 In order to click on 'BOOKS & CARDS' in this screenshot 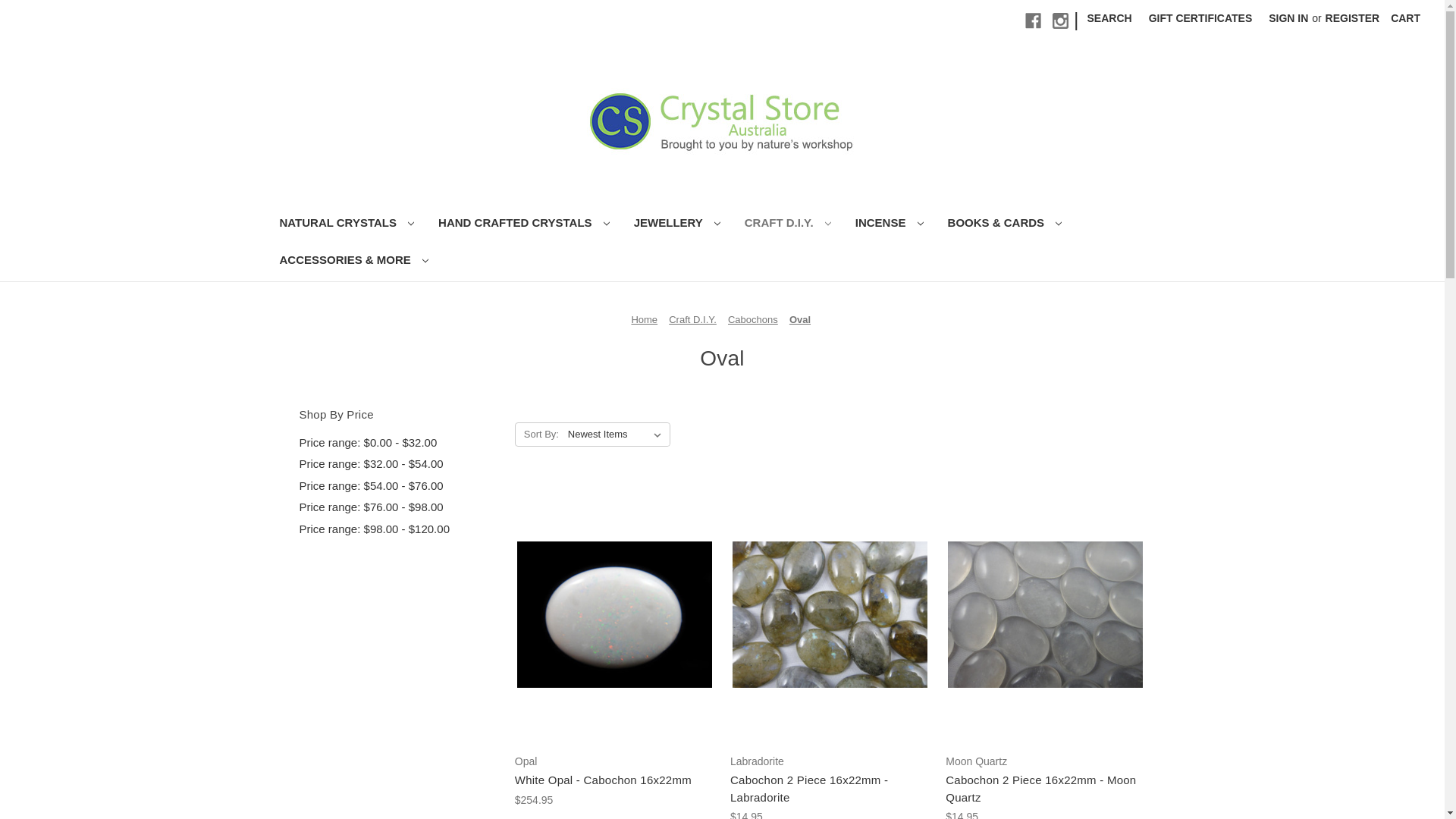, I will do `click(1005, 224)`.